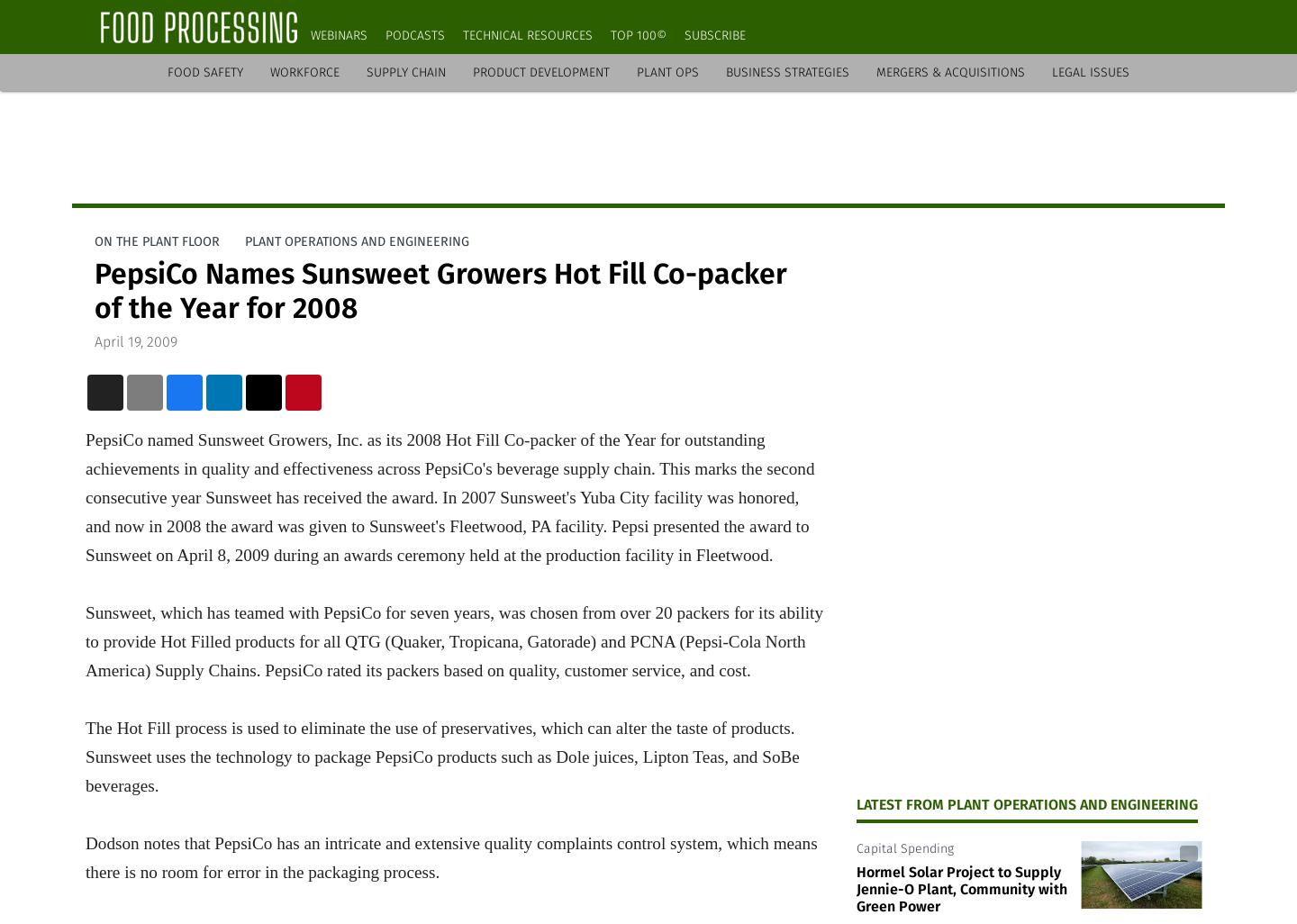  Describe the element at coordinates (135, 340) in the screenshot. I see `'April 19, 2009'` at that location.